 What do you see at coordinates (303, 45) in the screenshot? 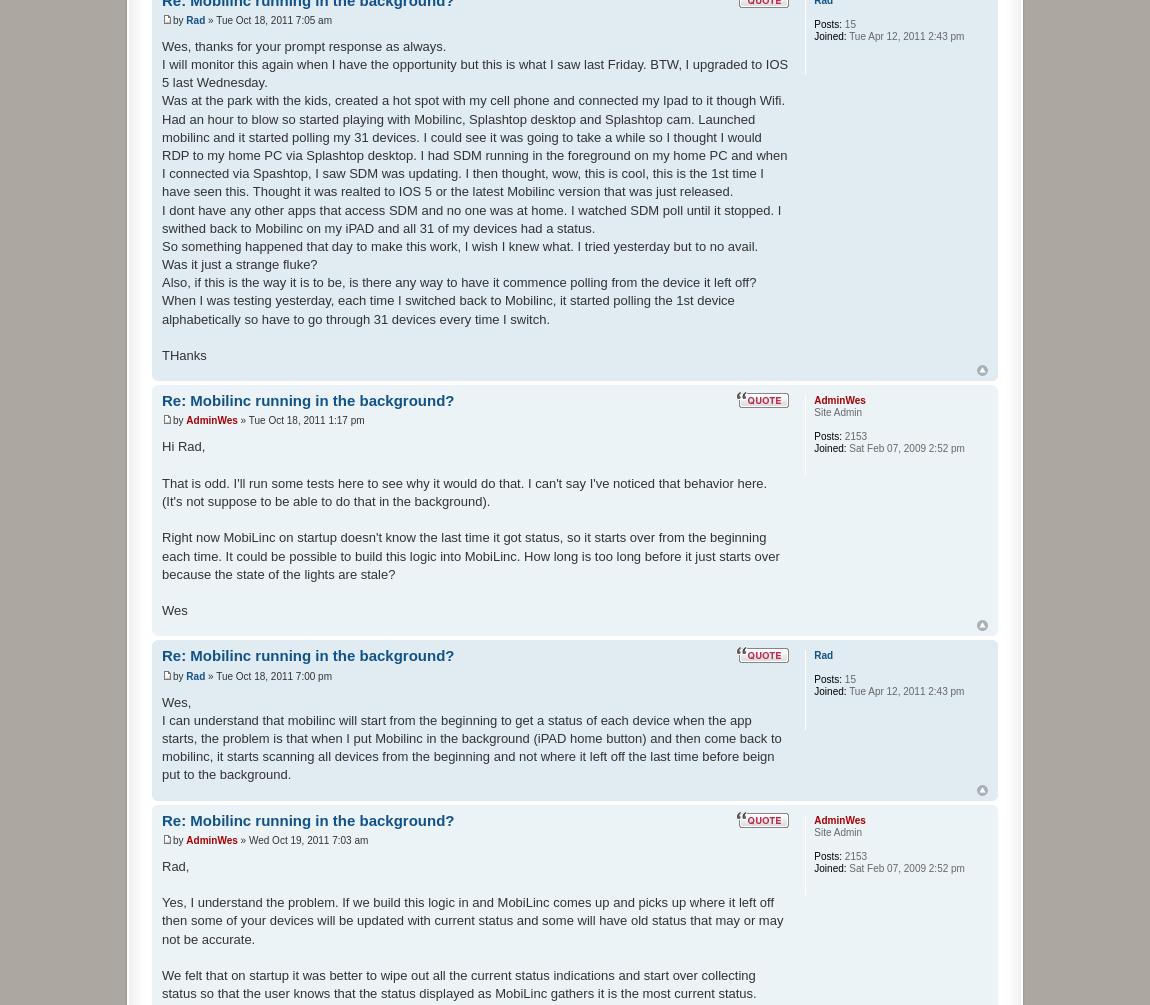
I see `'Wes, thanks for your prompt response as always.'` at bounding box center [303, 45].